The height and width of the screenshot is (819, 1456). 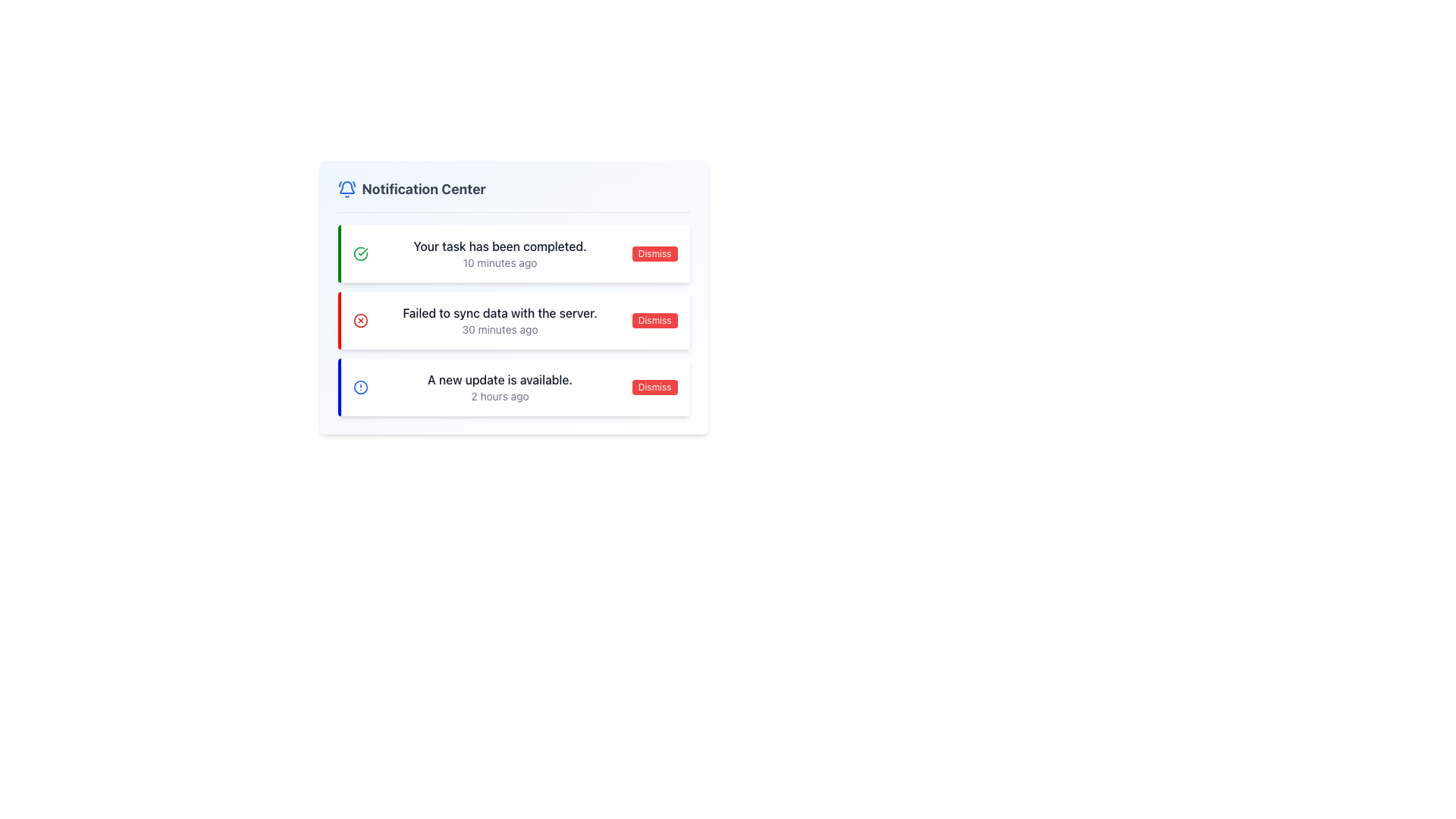 What do you see at coordinates (346, 189) in the screenshot?
I see `the notification icon located in the upper left corner of the Notification Center` at bounding box center [346, 189].